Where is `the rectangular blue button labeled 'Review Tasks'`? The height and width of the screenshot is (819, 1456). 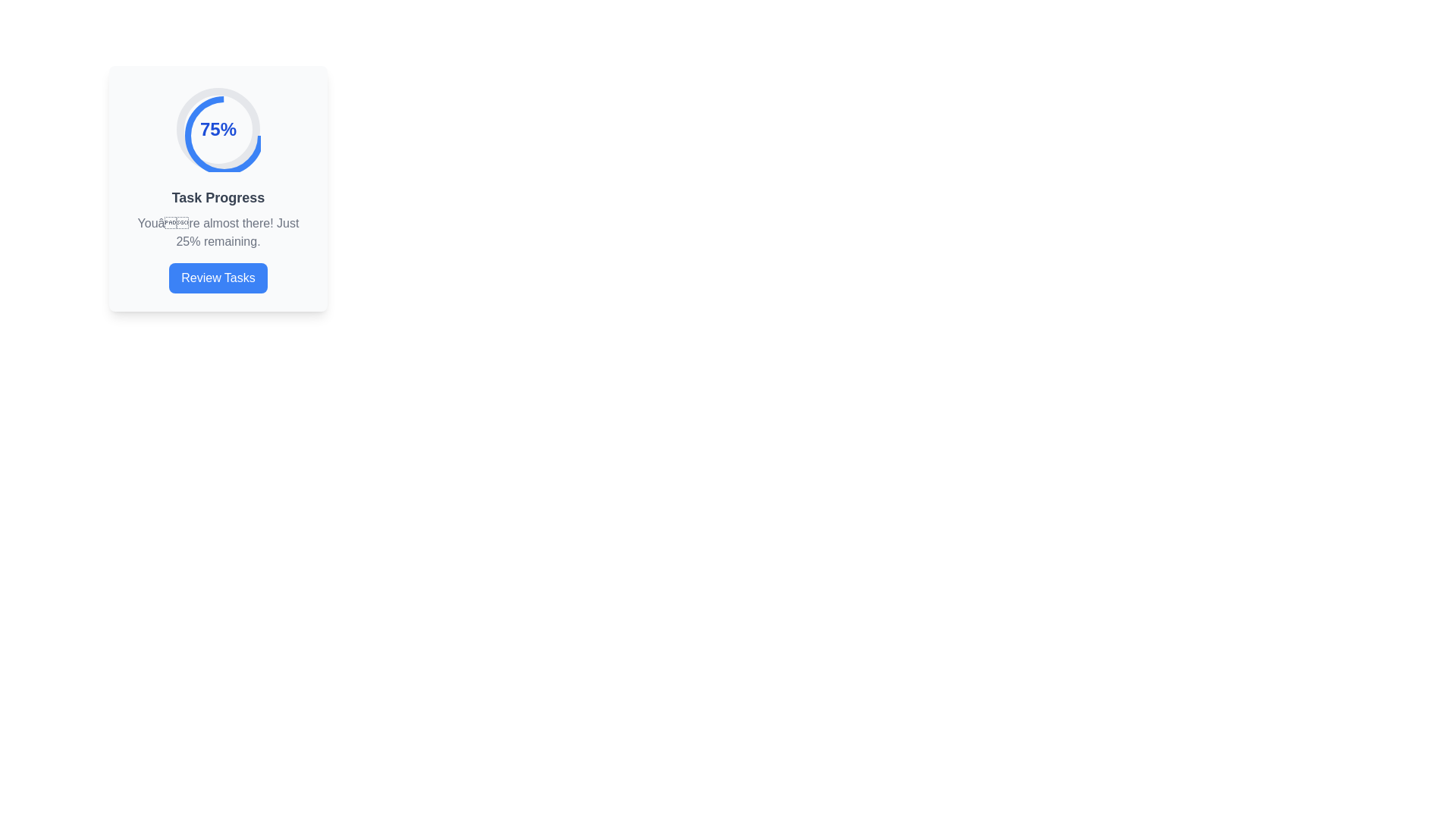 the rectangular blue button labeled 'Review Tasks' is located at coordinates (218, 278).